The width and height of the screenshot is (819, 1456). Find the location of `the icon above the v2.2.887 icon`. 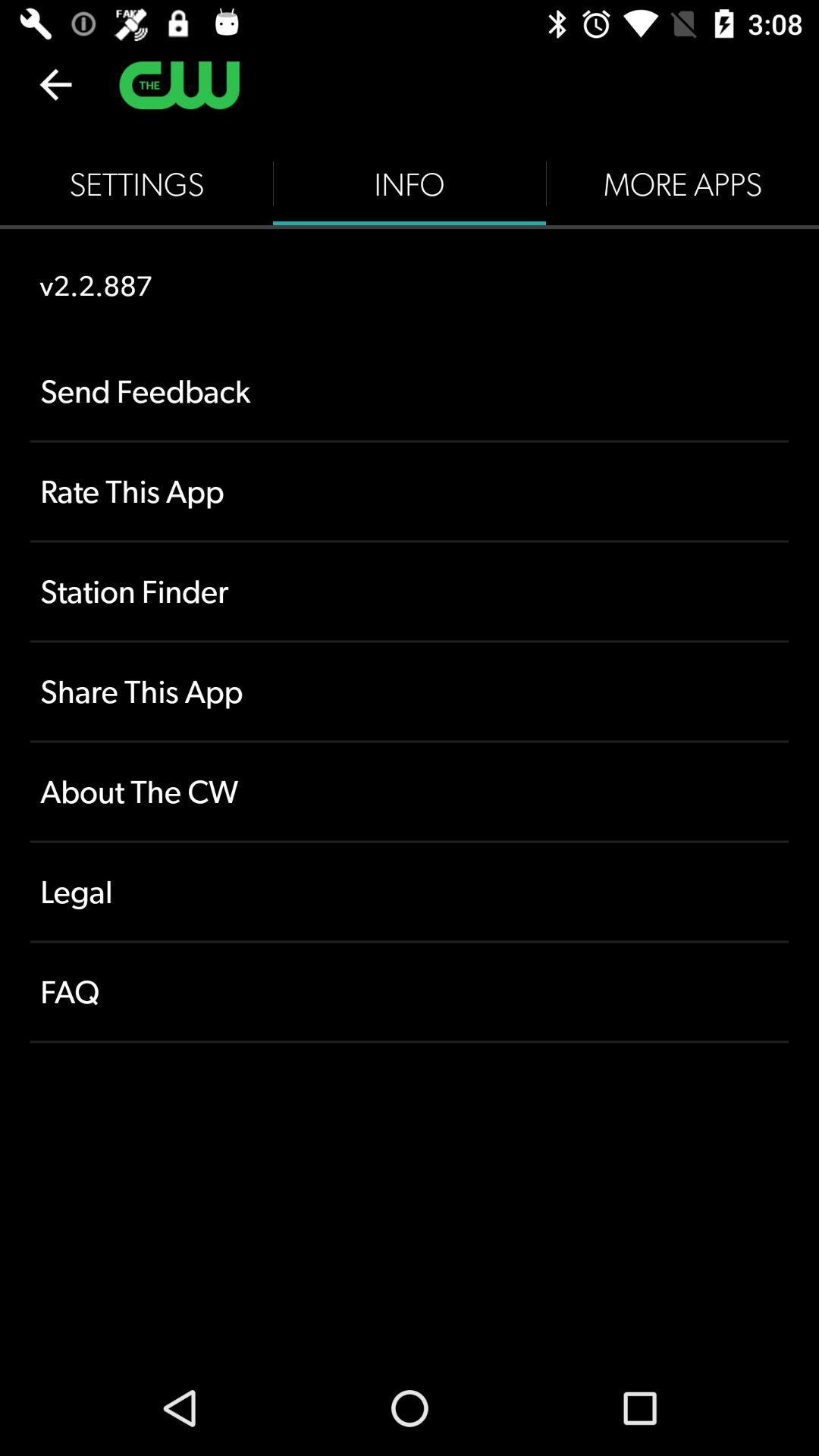

the icon above the v2.2.887 icon is located at coordinates (136, 184).